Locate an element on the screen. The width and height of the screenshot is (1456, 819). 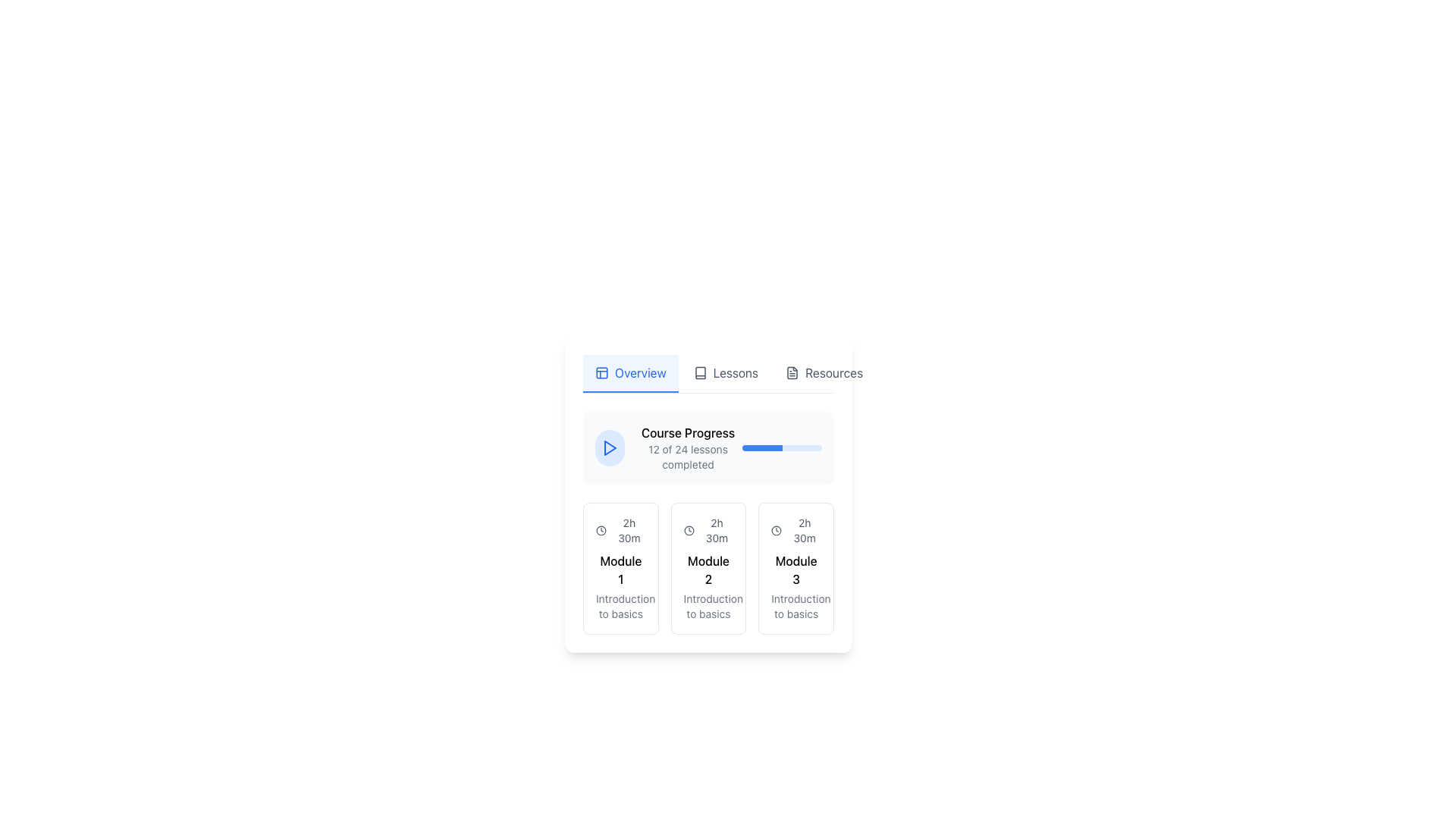
the Text label that serves as a heading for the progress section of a course module, located at the top of the progress card, which indicates user progress in the course is located at coordinates (687, 432).